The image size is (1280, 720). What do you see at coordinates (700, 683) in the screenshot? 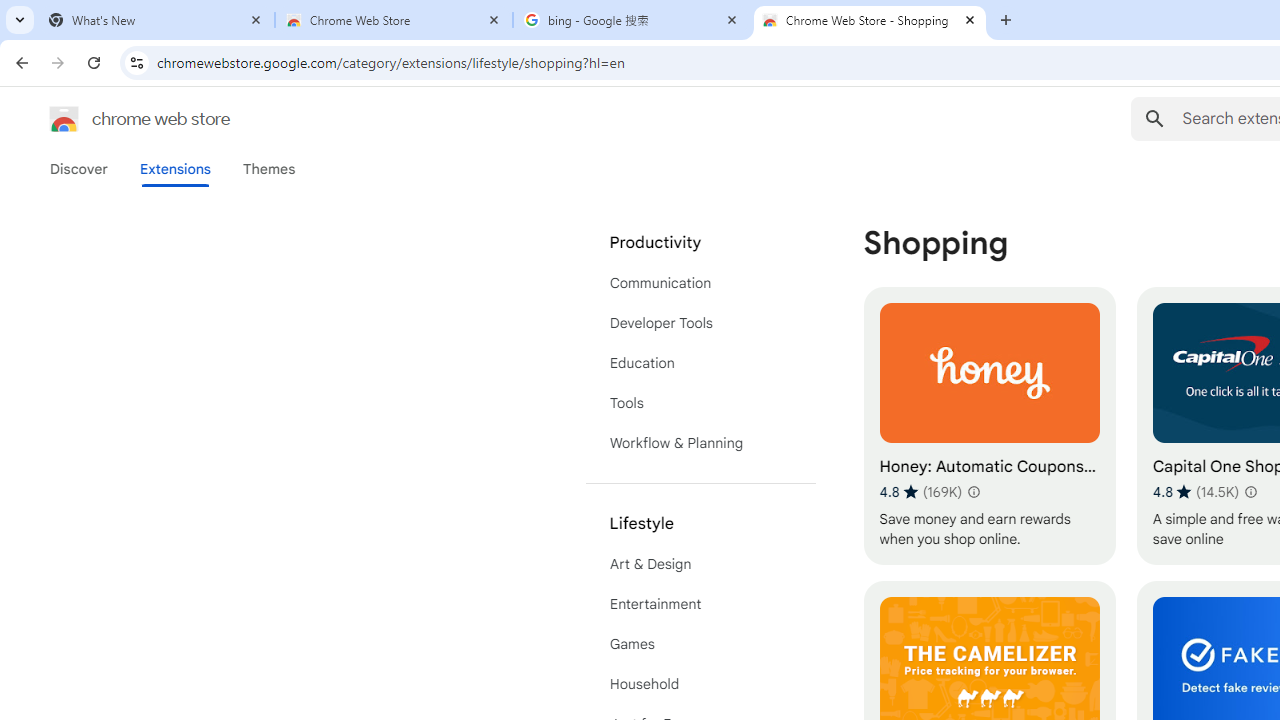
I see `'Household'` at bounding box center [700, 683].